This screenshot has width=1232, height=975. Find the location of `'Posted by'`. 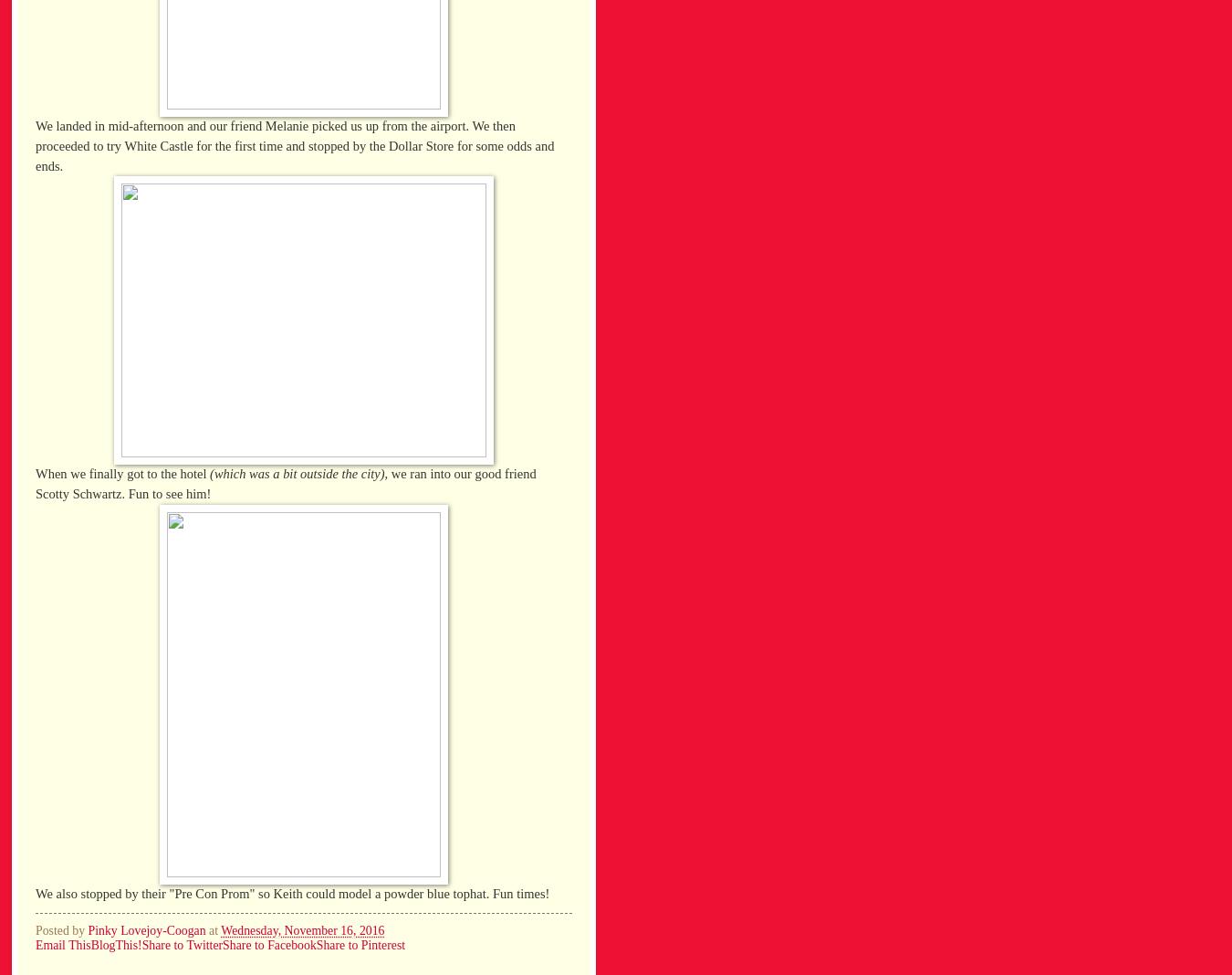

'Posted by' is located at coordinates (60, 930).